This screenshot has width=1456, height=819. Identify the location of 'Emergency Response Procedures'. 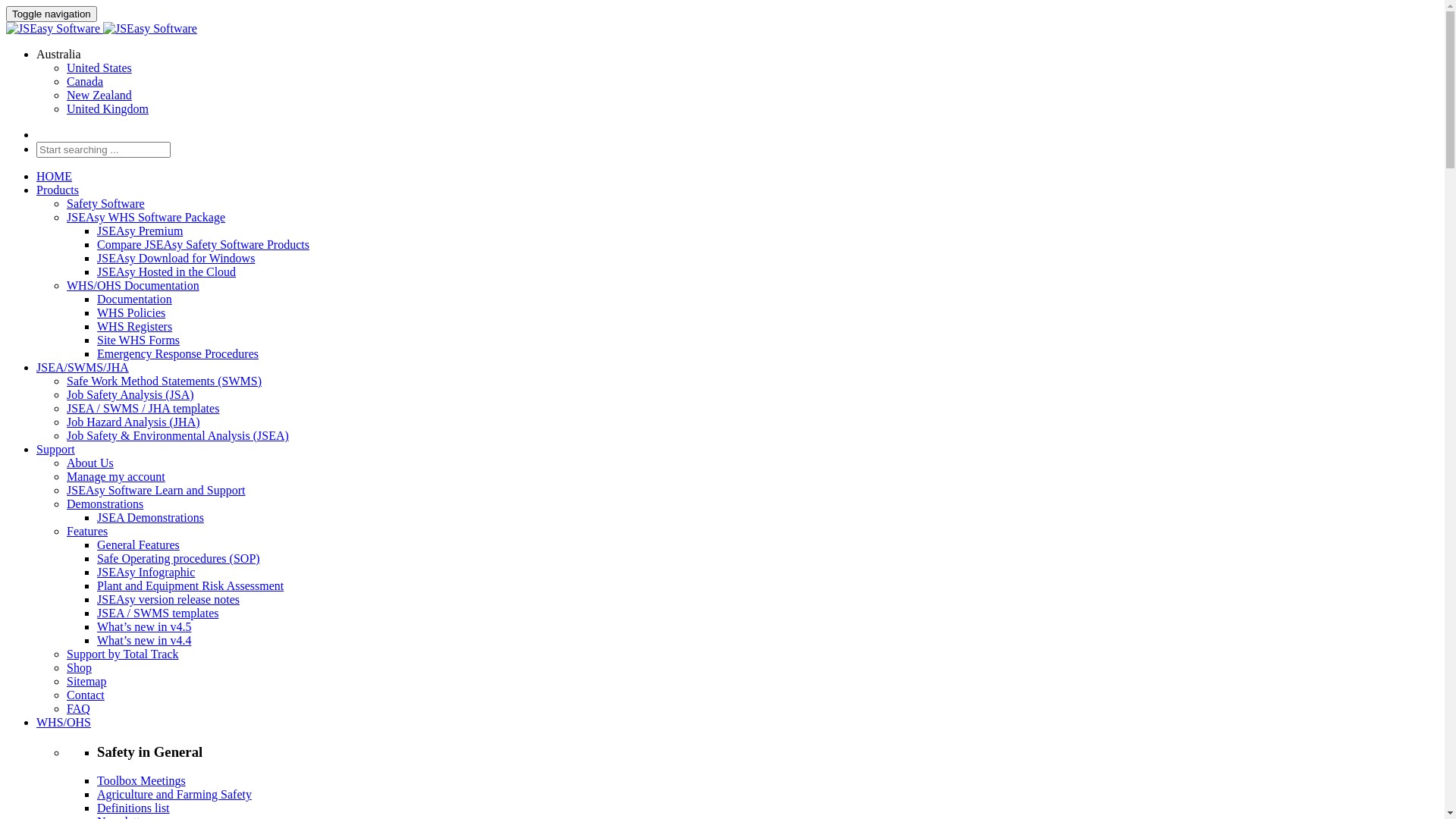
(96, 353).